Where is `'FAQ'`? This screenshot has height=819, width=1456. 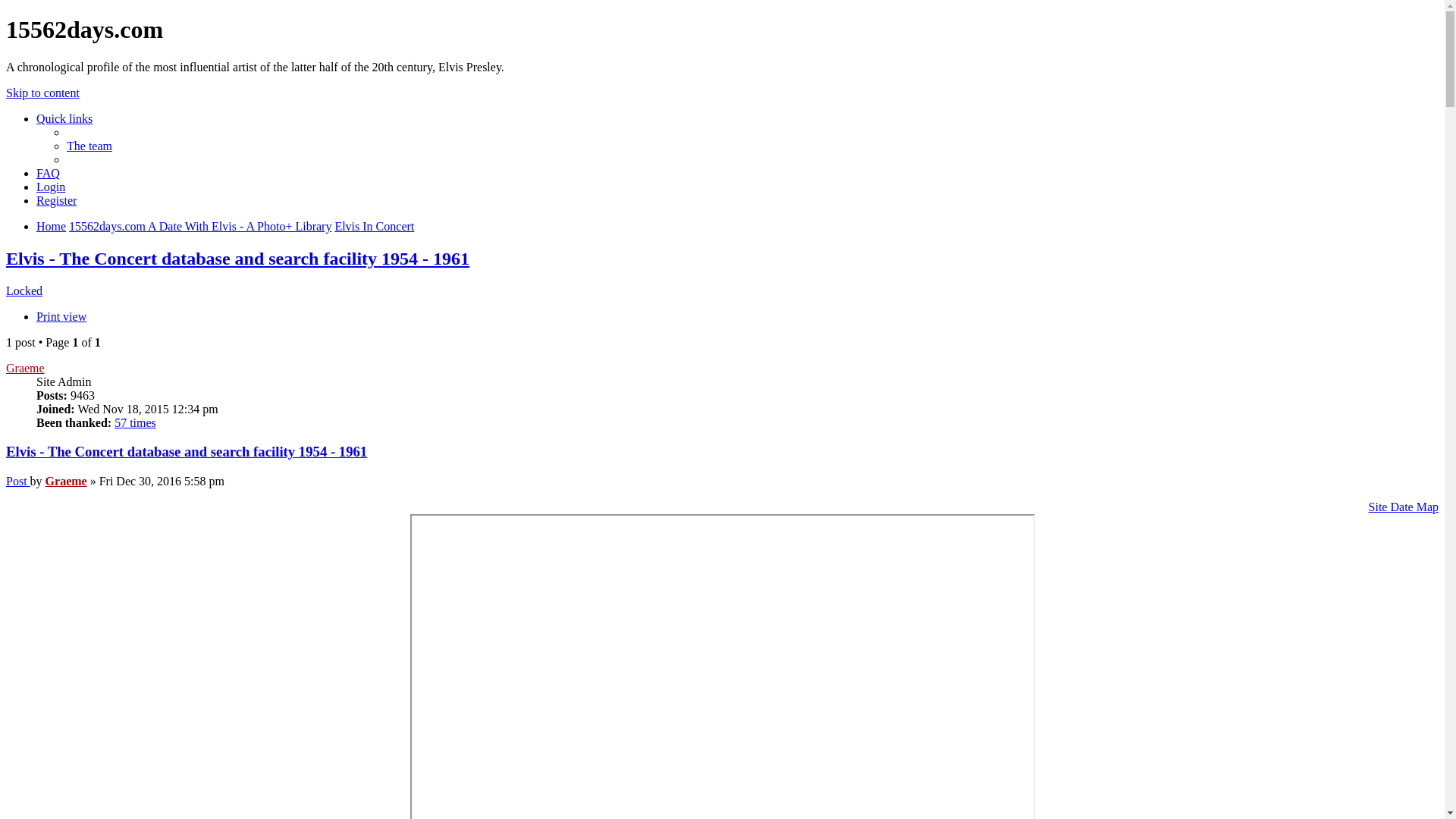 'FAQ' is located at coordinates (48, 172).